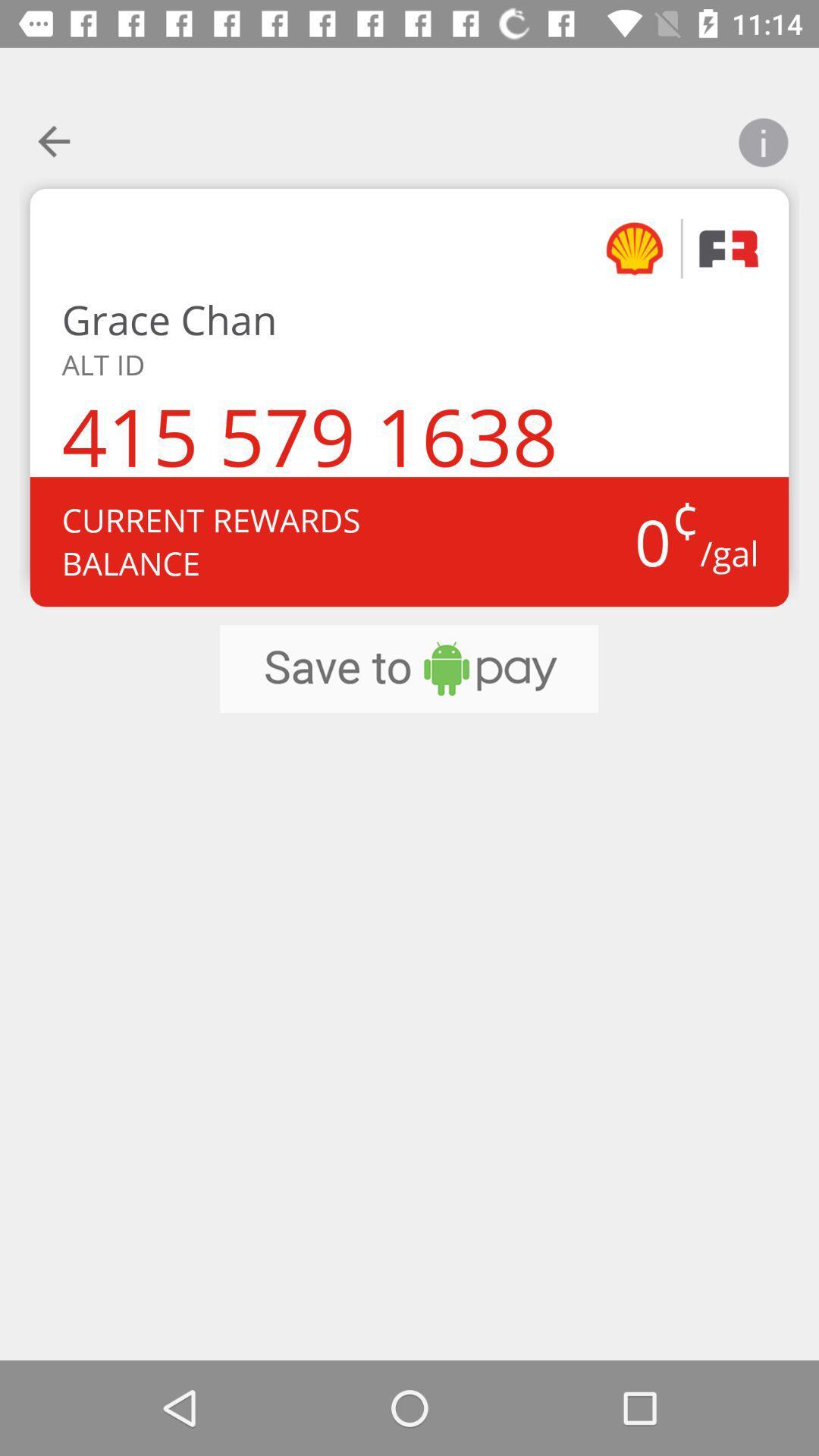 The width and height of the screenshot is (819, 1456). Describe the element at coordinates (763, 133) in the screenshot. I see `the info icon` at that location.